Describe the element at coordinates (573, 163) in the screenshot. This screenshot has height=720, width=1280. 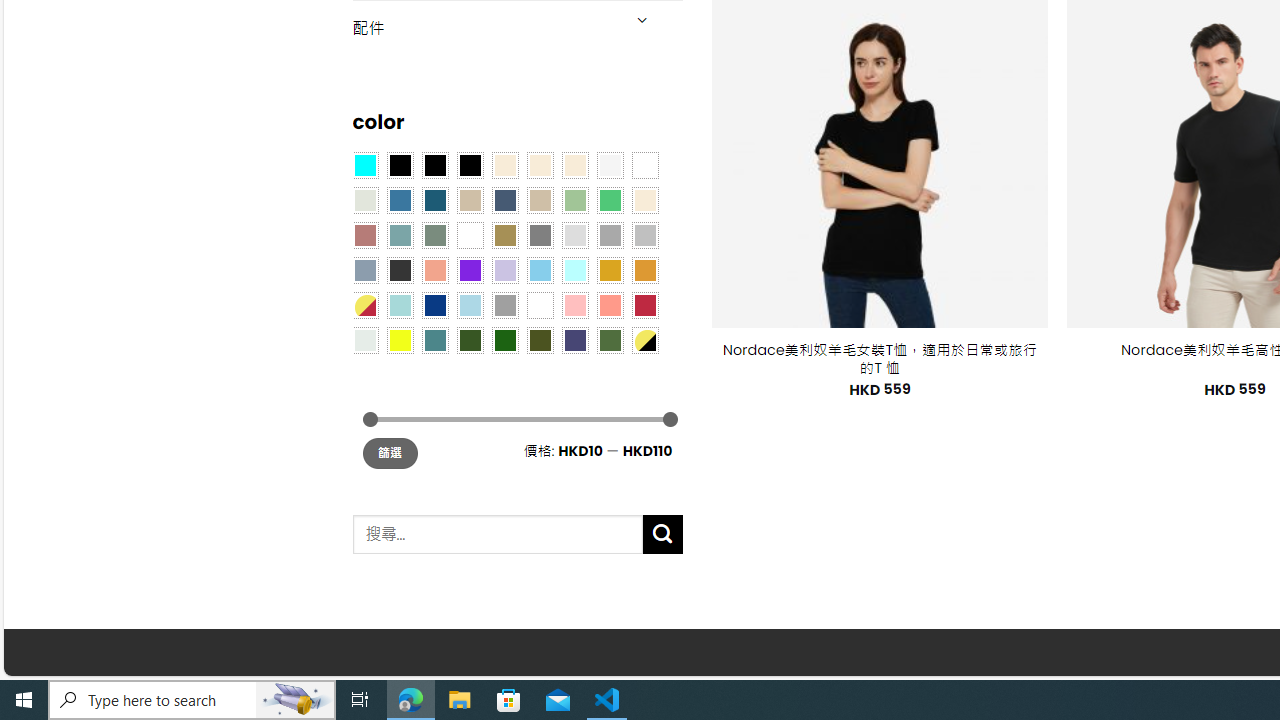
I see `'Cream'` at that location.